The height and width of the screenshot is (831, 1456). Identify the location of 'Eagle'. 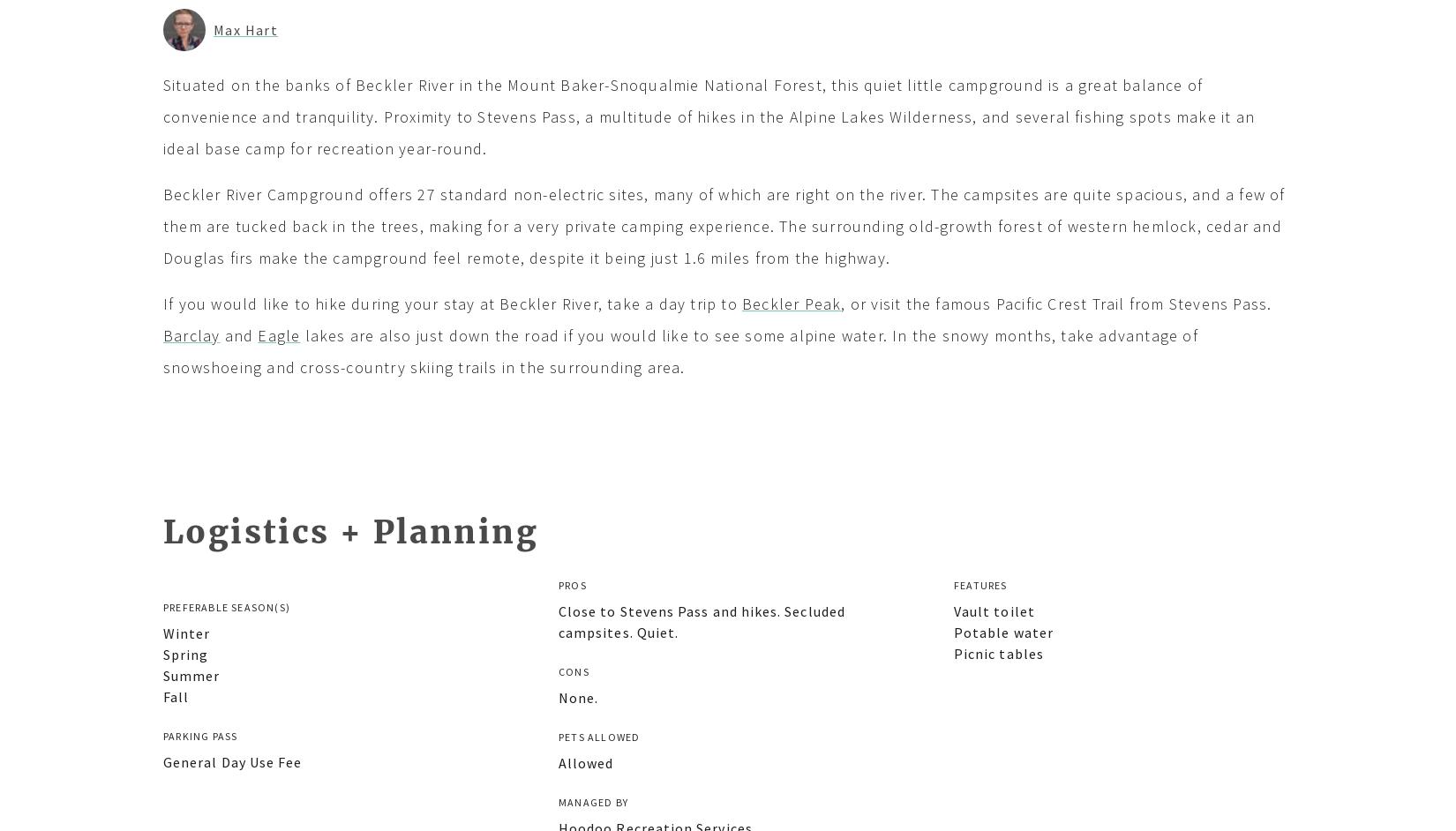
(278, 334).